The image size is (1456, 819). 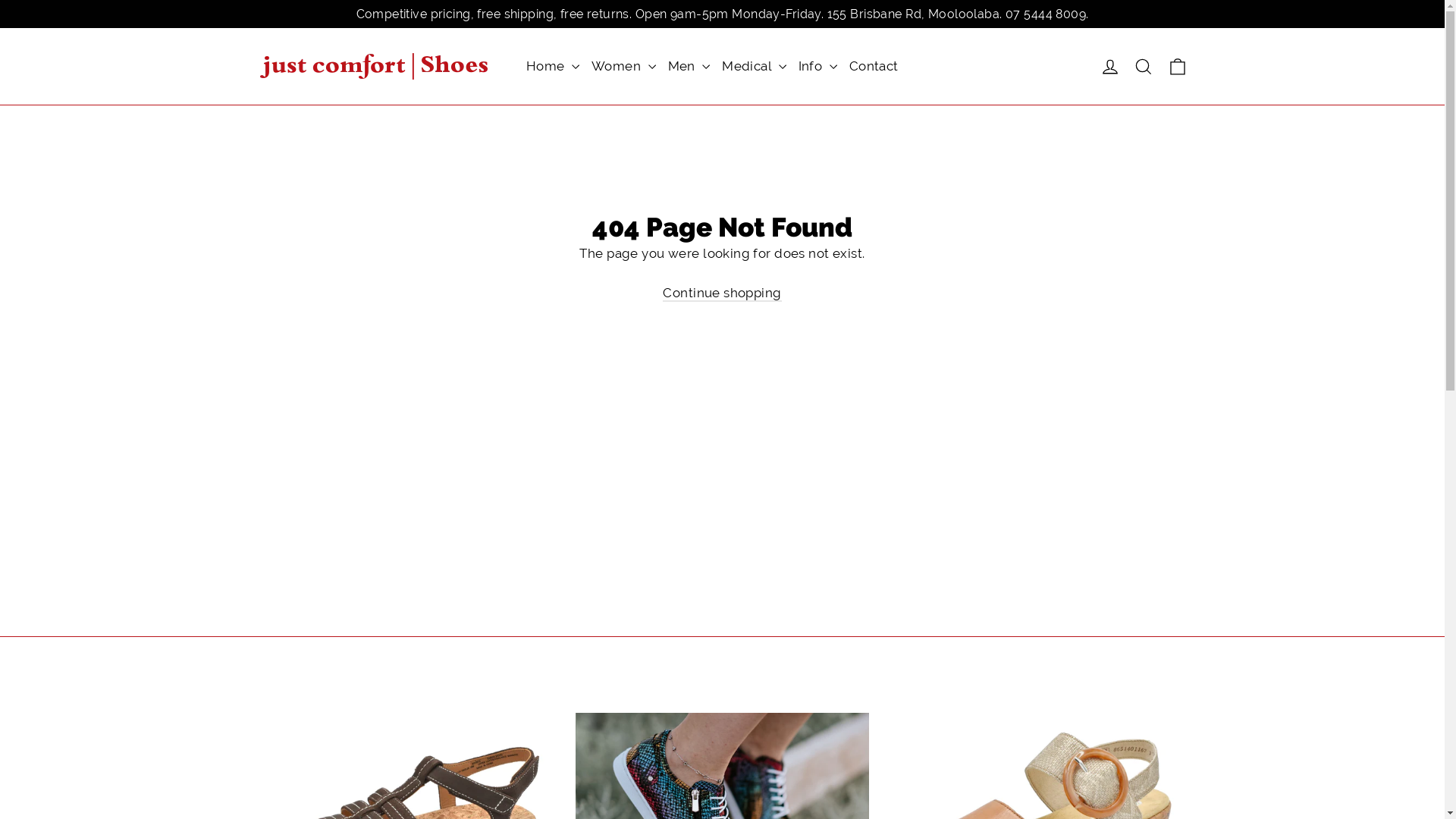 What do you see at coordinates (753, 65) in the screenshot?
I see `'Medical'` at bounding box center [753, 65].